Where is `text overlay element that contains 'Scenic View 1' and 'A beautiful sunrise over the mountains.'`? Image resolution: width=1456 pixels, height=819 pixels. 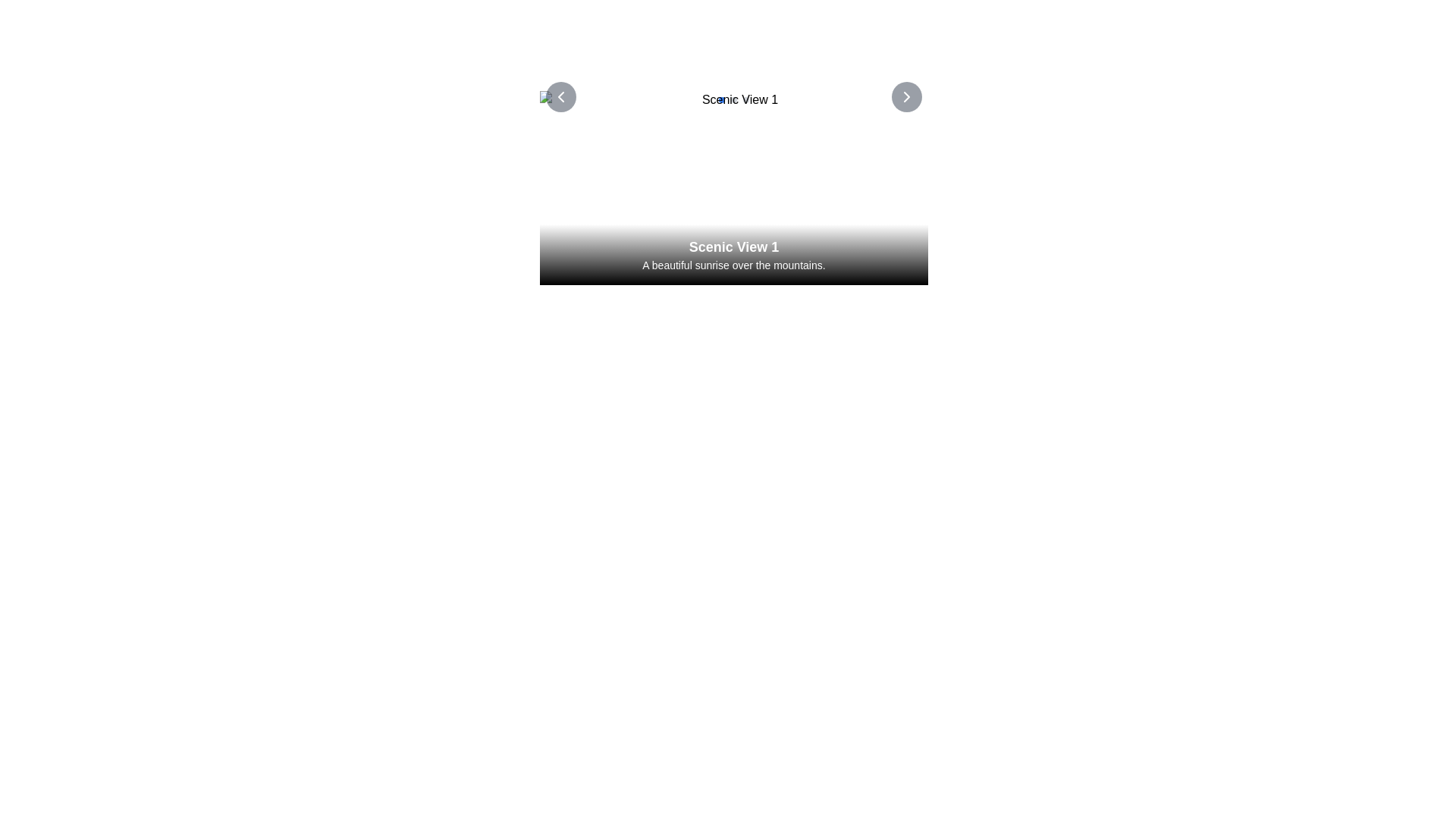 text overlay element that contains 'Scenic View 1' and 'A beautiful sunrise over the mountains.' is located at coordinates (734, 253).